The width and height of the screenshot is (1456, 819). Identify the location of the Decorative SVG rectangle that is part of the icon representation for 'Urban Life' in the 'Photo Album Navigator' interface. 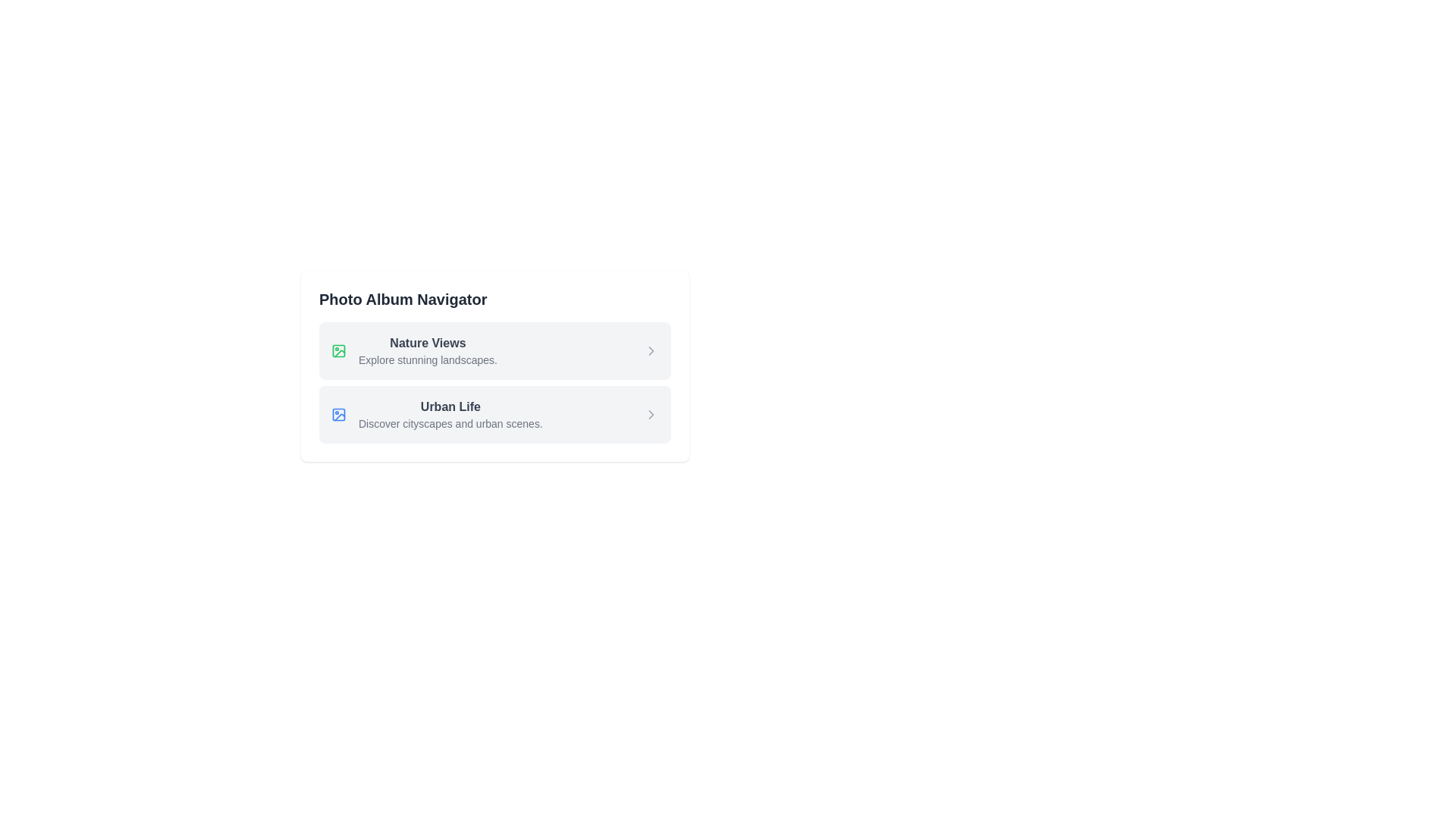
(337, 350).